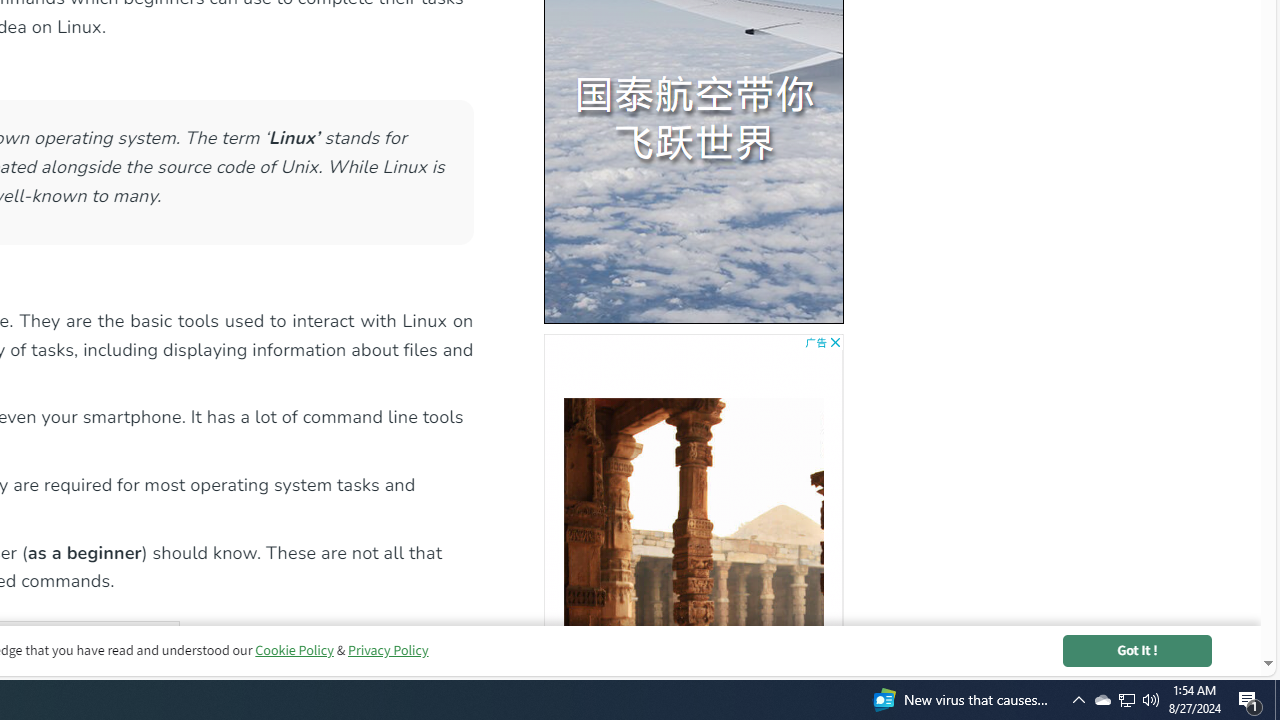  What do you see at coordinates (693, 503) in the screenshot?
I see `'AutomationID: bg5'` at bounding box center [693, 503].